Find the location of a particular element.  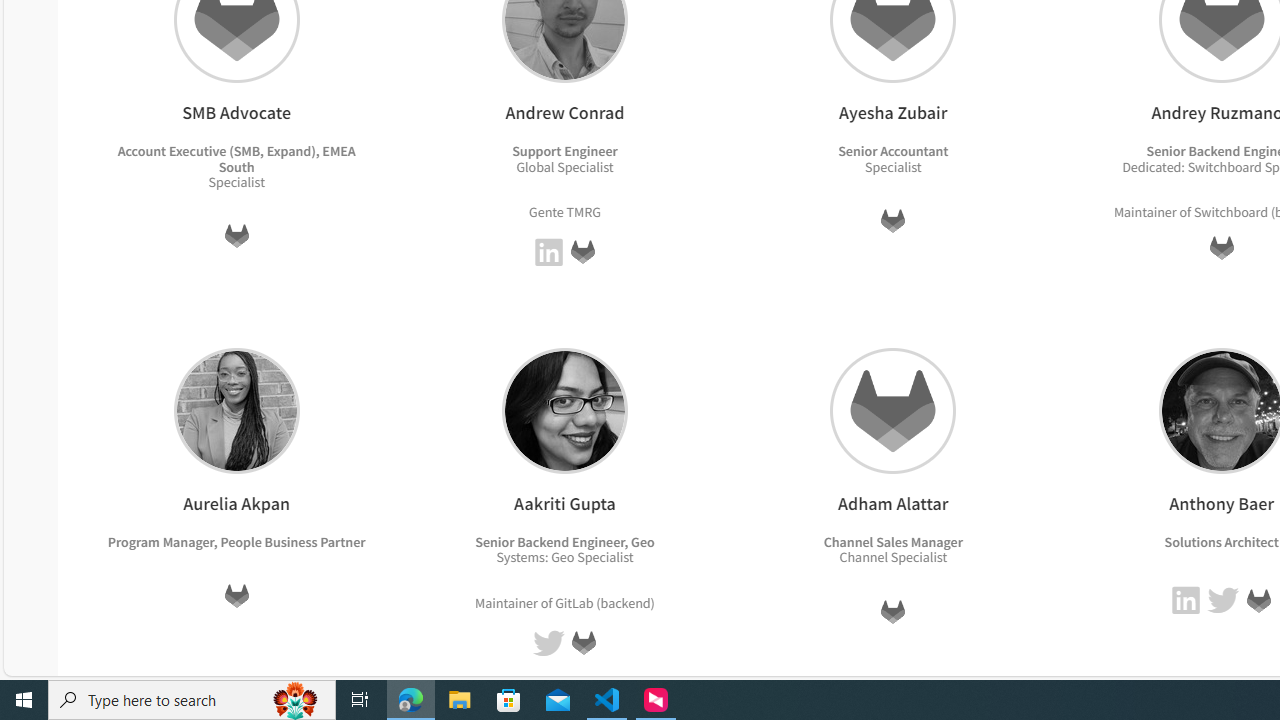

'Senior Backend Engineer, Geo' is located at coordinates (564, 541).